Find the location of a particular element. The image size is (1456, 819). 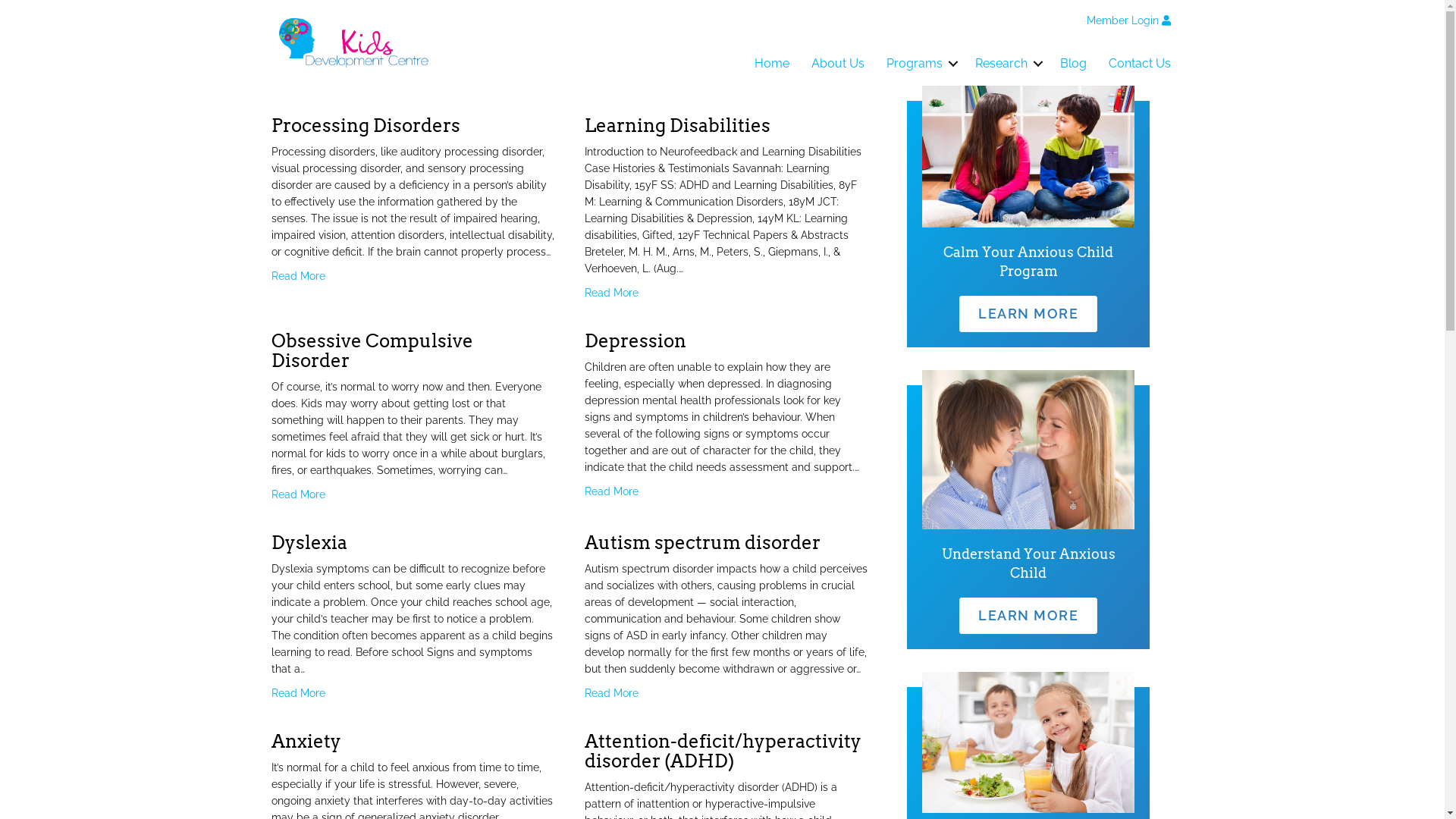

'Blog' is located at coordinates (1072, 63).